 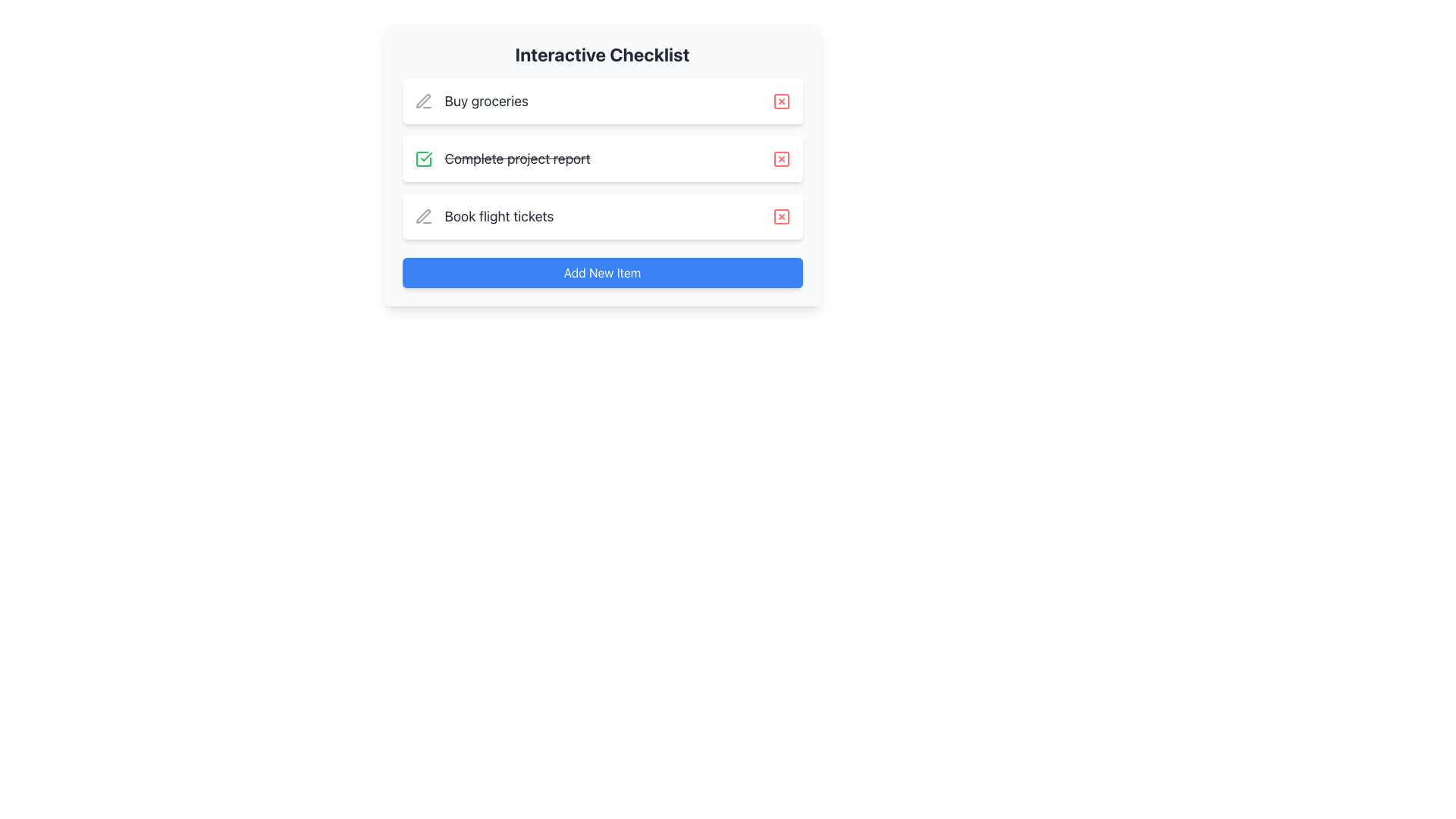 I want to click on the checkmark icon representing a completed task in the checklist interface, located inside the square box of the second item labeled 'Complete project report', so click(x=423, y=158).